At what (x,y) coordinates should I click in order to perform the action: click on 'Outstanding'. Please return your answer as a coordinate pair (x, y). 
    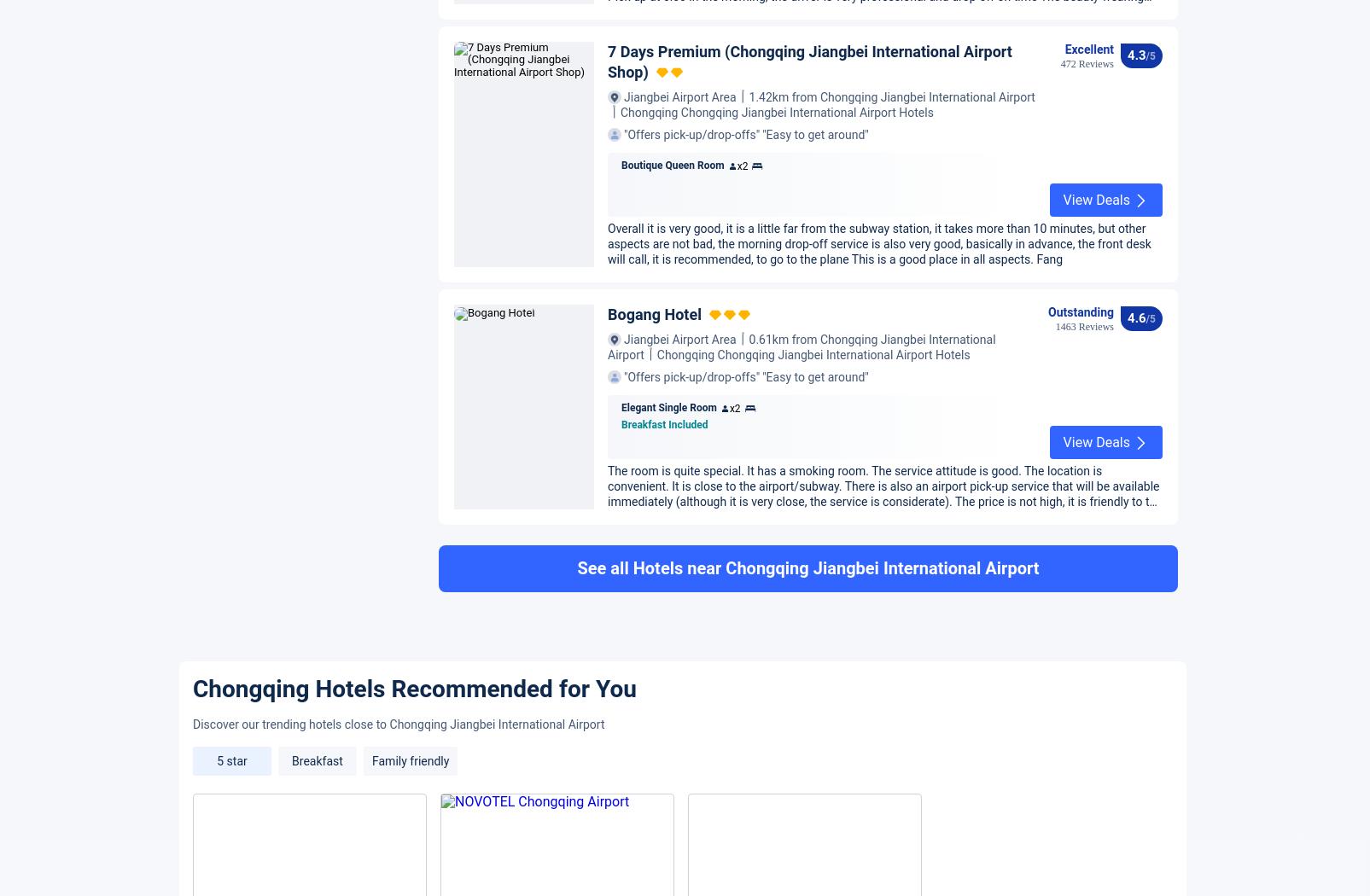
    Looking at the image, I should click on (1080, 753).